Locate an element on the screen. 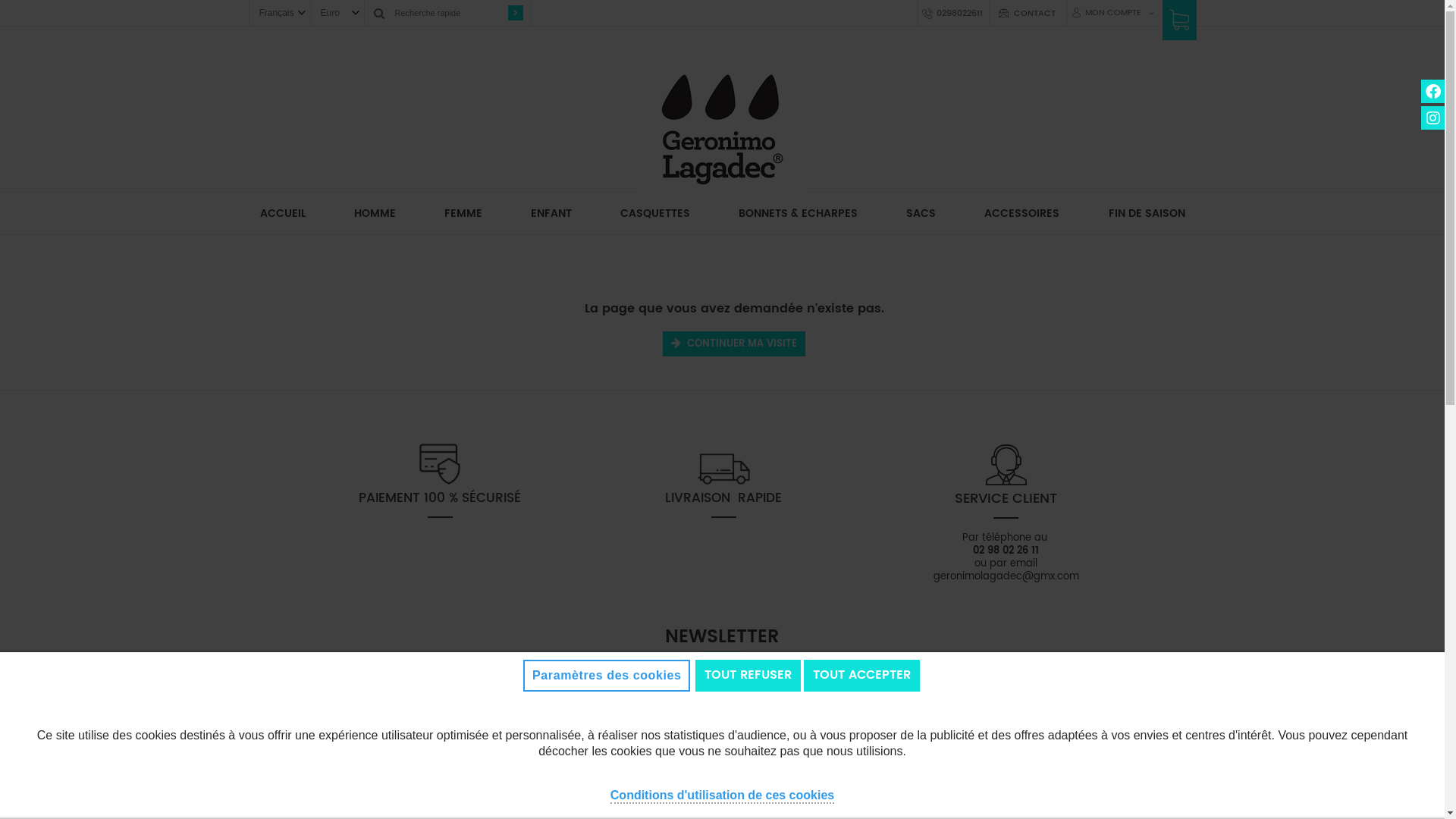 Image resolution: width=1456 pixels, height=819 pixels. 'TOUT ACCEPTER' is located at coordinates (861, 674).